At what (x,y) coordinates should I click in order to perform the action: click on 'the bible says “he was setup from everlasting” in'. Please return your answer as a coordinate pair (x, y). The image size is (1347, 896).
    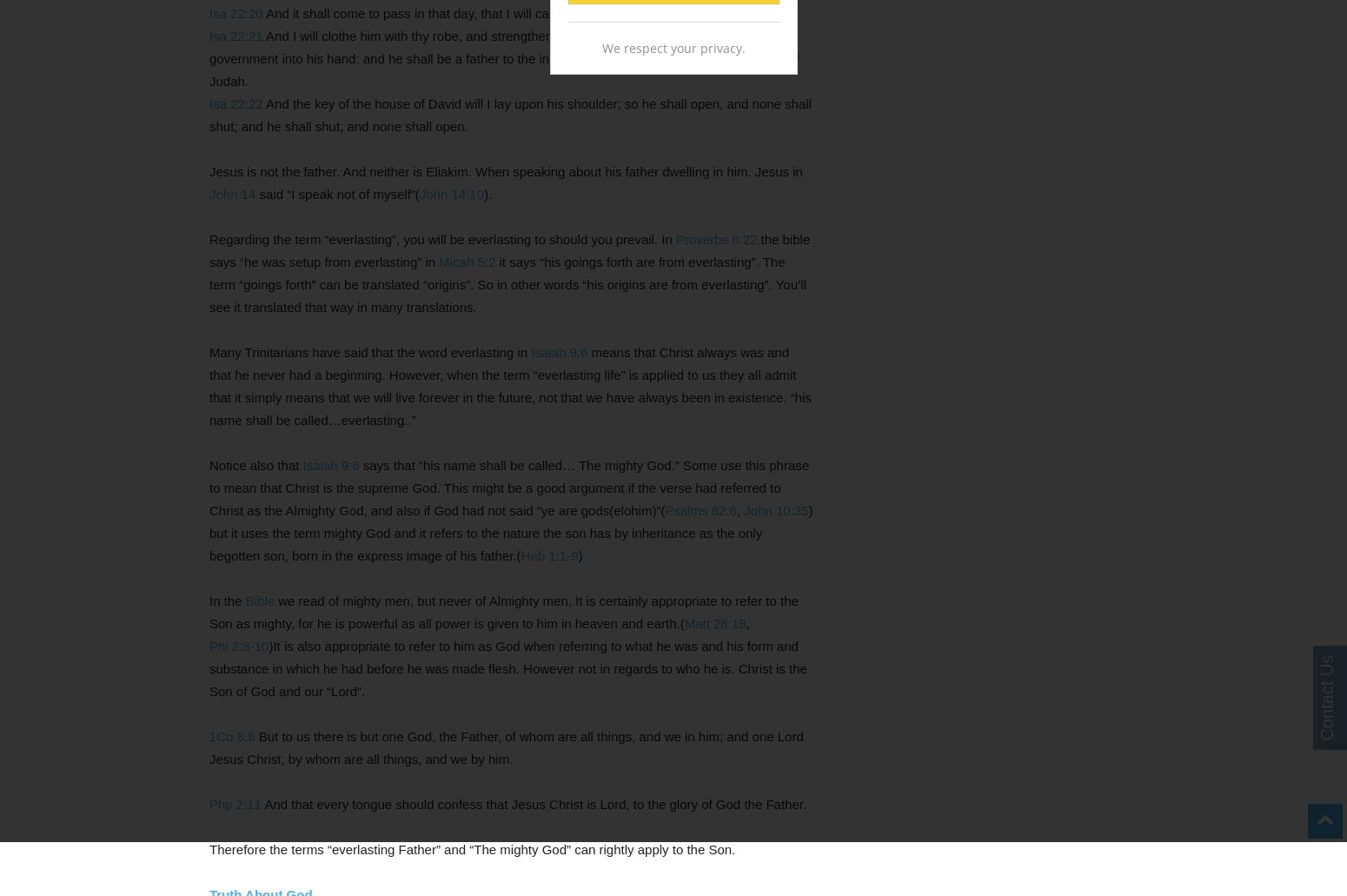
    Looking at the image, I should click on (509, 250).